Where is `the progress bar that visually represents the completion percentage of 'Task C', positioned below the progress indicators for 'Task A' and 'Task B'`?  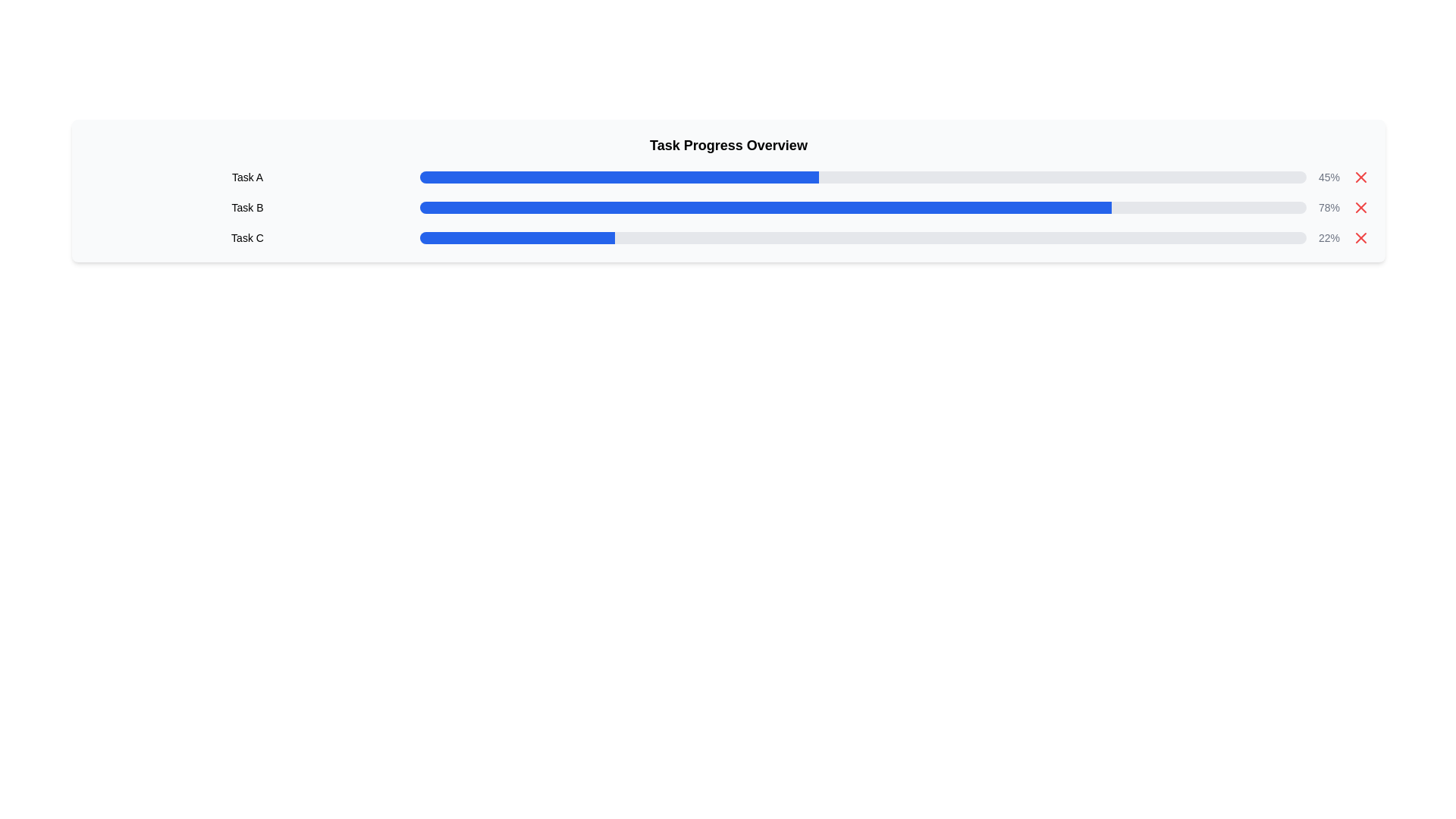 the progress bar that visually represents the completion percentage of 'Task C', positioned below the progress indicators for 'Task A' and 'Task B' is located at coordinates (863, 237).